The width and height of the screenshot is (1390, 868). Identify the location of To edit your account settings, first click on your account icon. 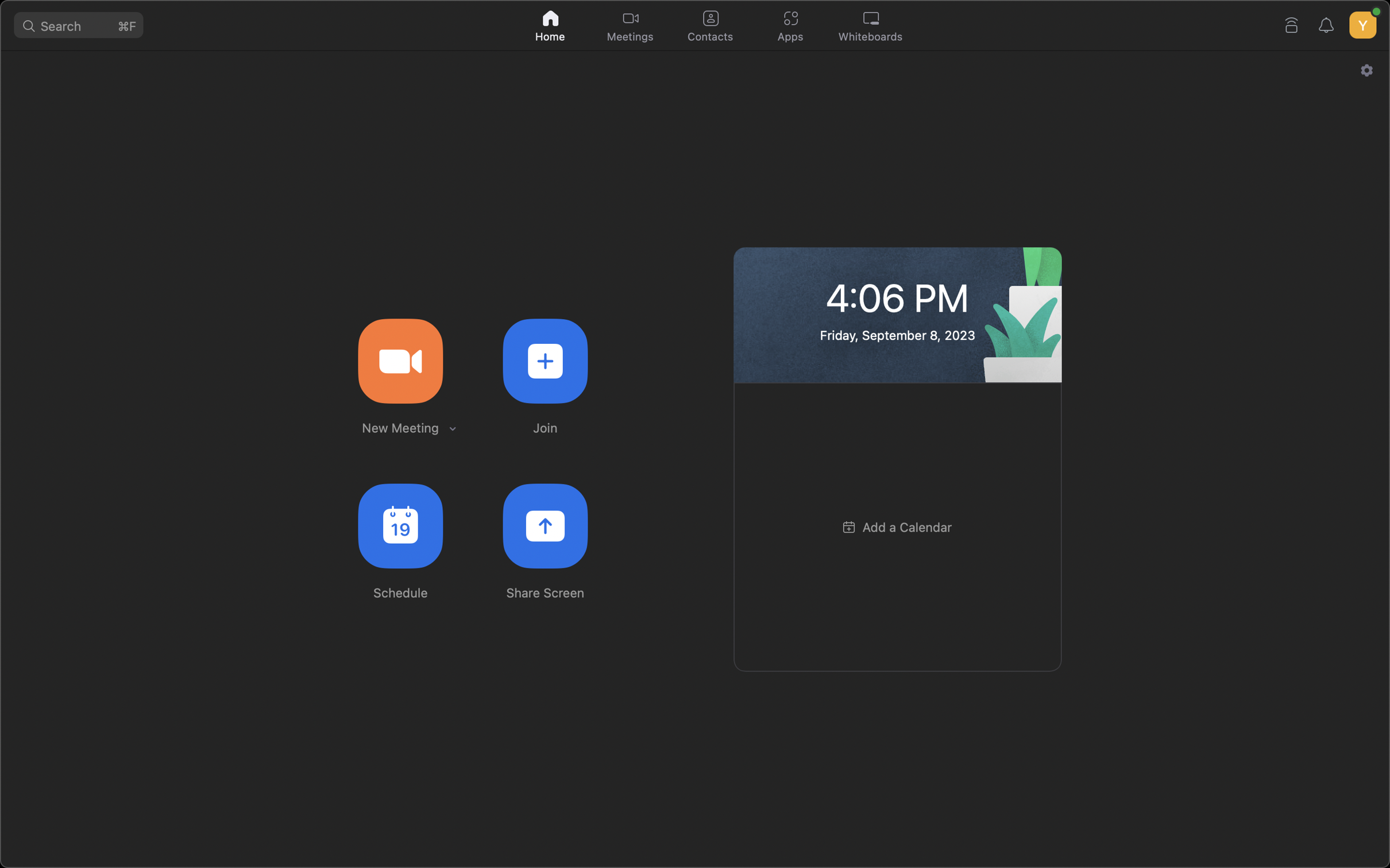
(1361, 22).